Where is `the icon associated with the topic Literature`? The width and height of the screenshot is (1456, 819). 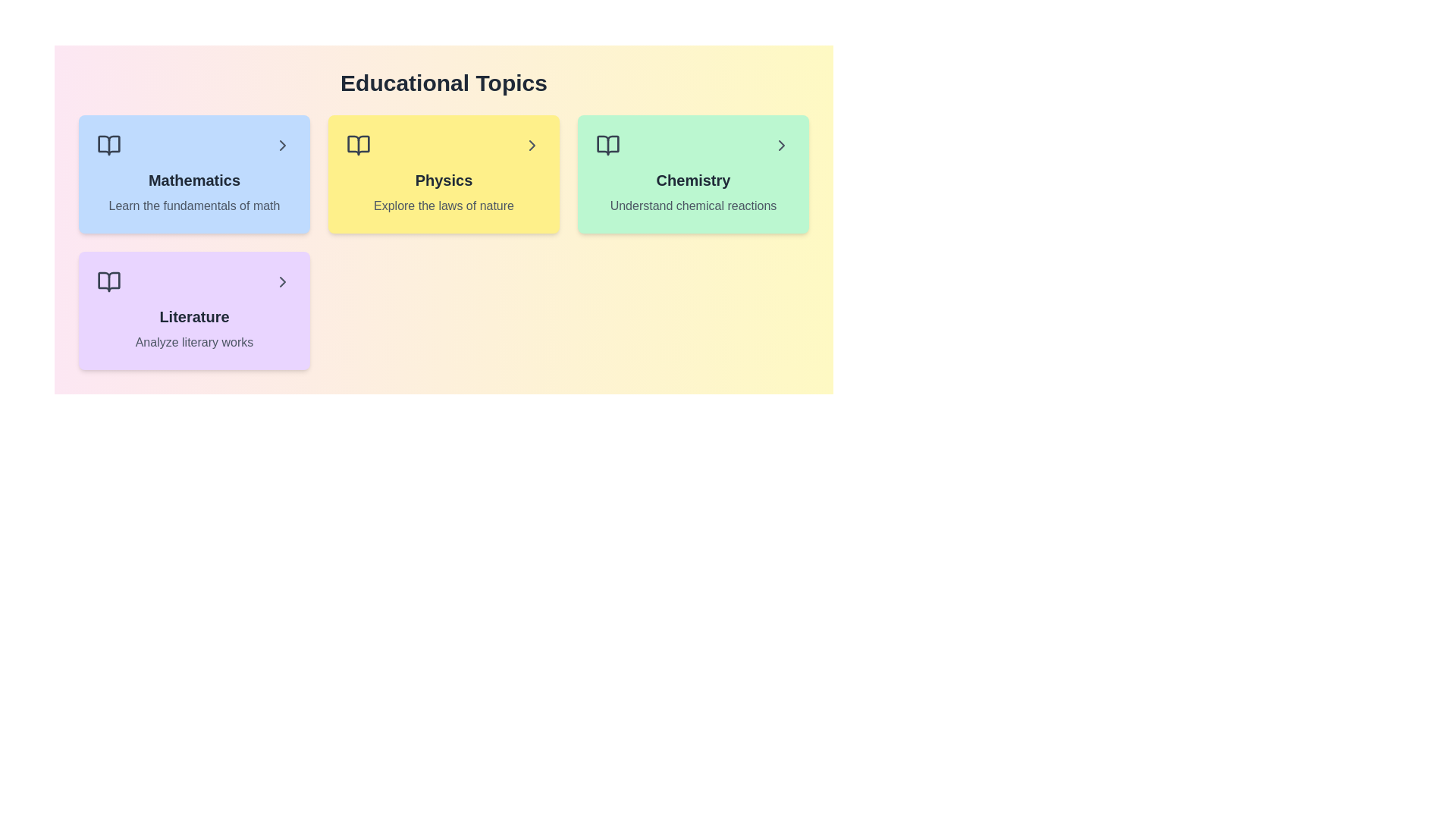 the icon associated with the topic Literature is located at coordinates (108, 281).